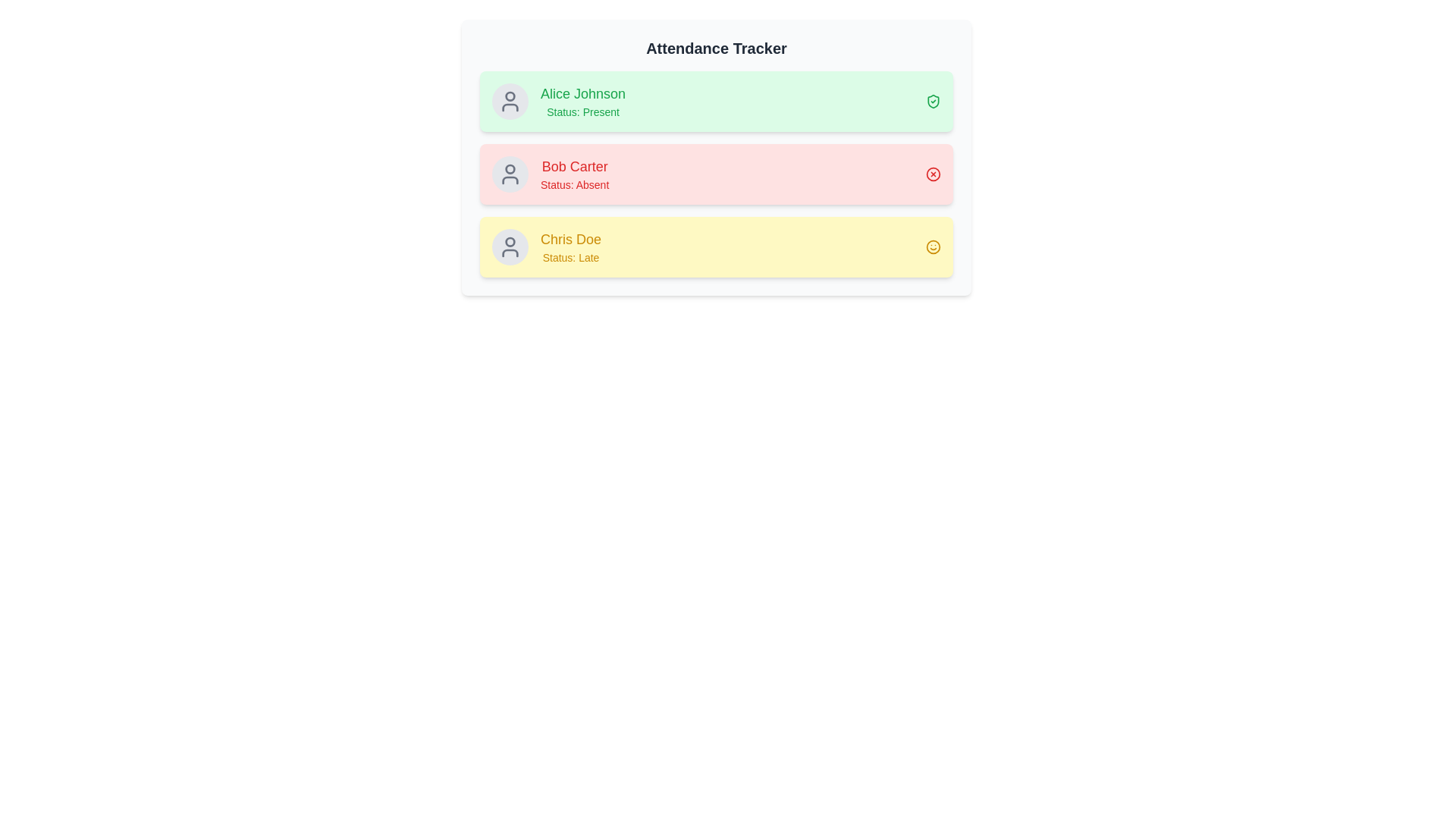 The height and width of the screenshot is (819, 1456). Describe the element at coordinates (550, 174) in the screenshot. I see `the text block displaying the name 'Bob Carter' in the informational card` at that location.